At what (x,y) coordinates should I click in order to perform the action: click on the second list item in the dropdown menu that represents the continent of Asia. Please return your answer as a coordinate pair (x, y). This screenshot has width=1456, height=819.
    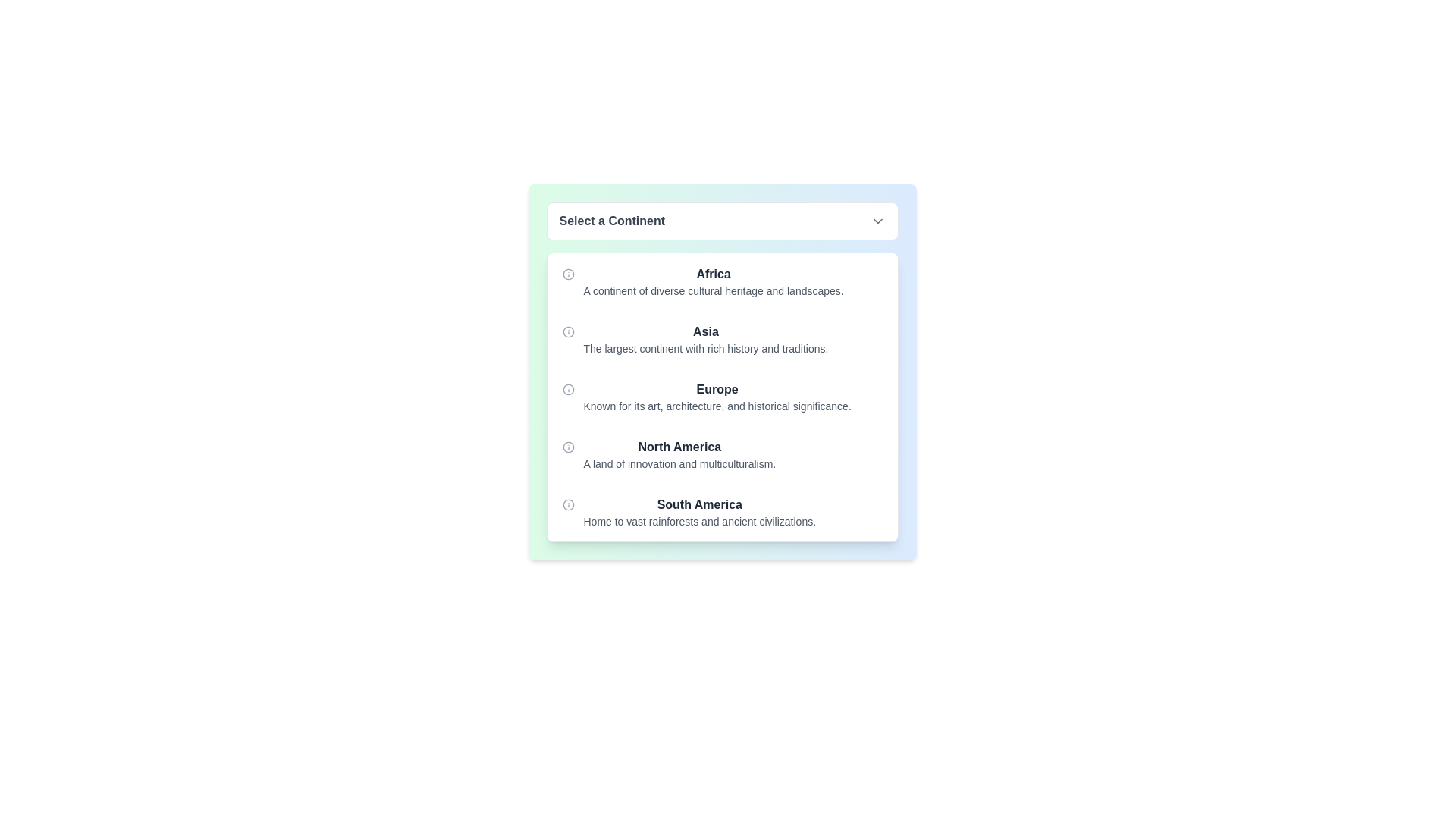
    Looking at the image, I should click on (705, 338).